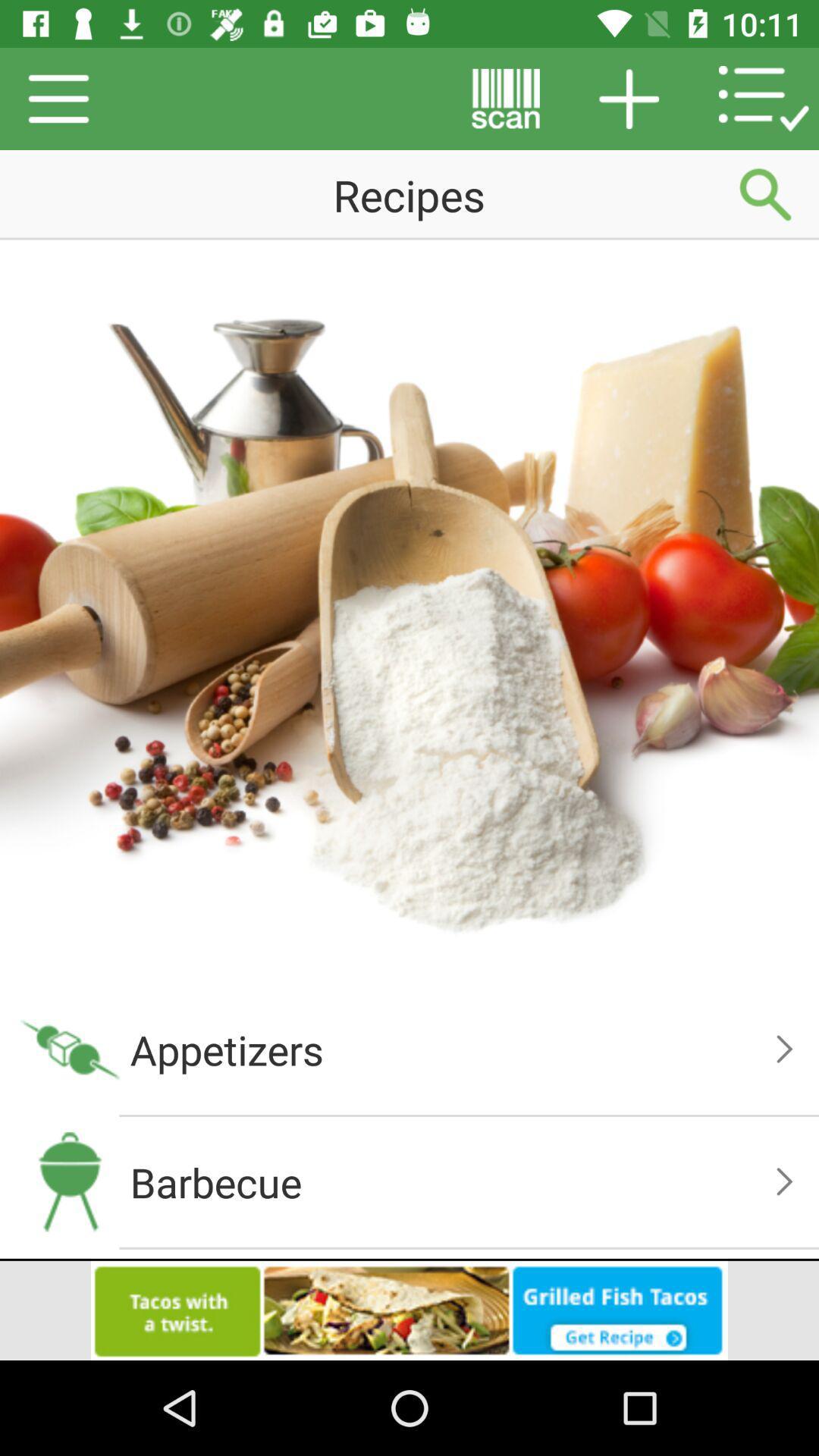 The height and width of the screenshot is (1456, 819). What do you see at coordinates (766, 194) in the screenshot?
I see `the search icon` at bounding box center [766, 194].